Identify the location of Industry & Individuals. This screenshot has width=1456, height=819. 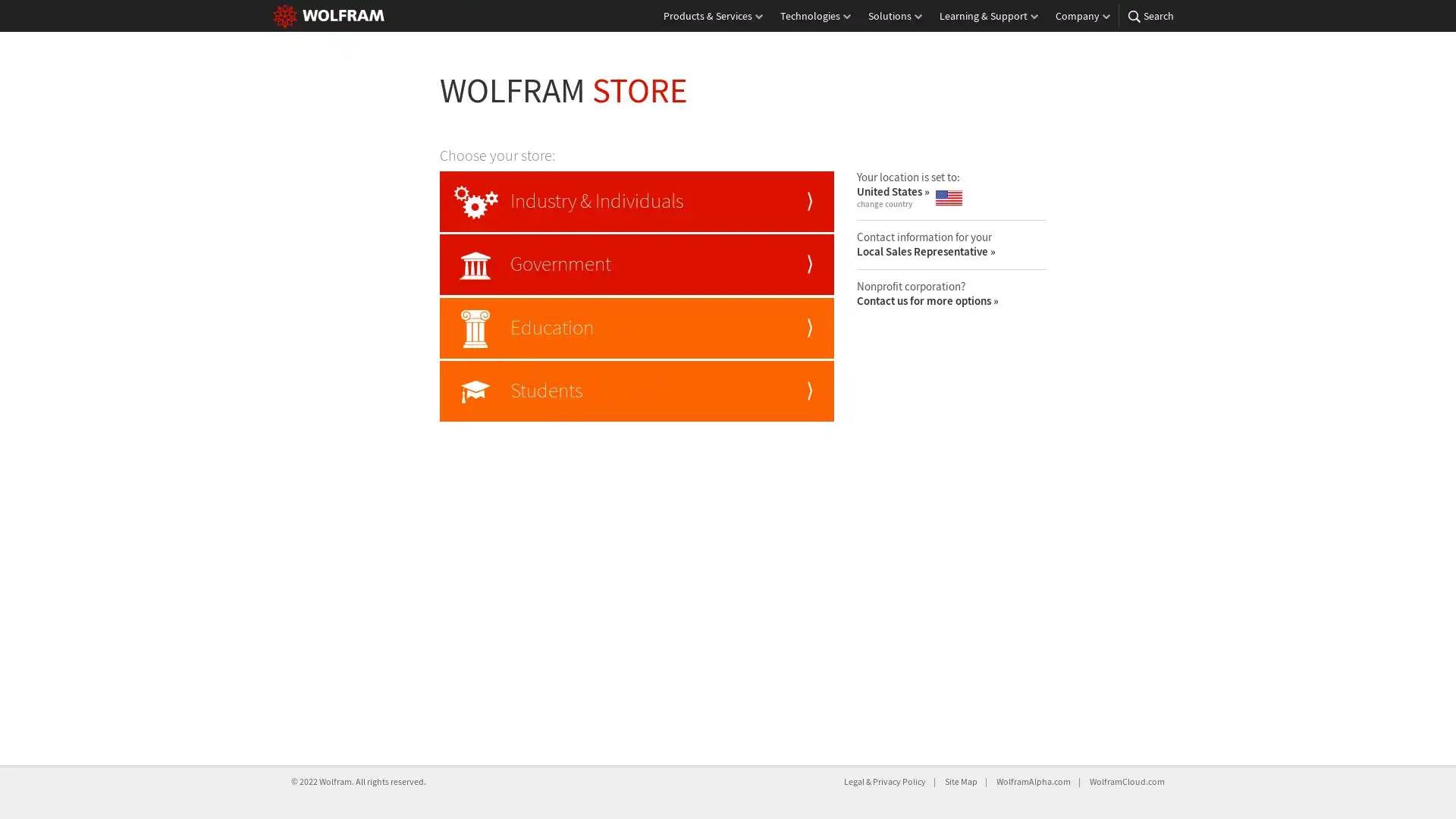
(637, 200).